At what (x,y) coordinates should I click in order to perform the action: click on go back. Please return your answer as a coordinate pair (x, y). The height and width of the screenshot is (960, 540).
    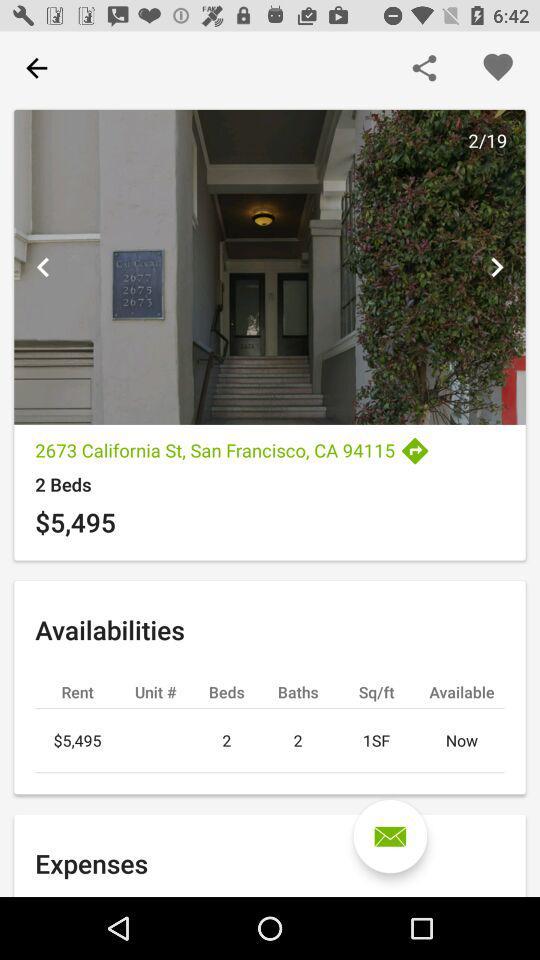
    Looking at the image, I should click on (36, 68).